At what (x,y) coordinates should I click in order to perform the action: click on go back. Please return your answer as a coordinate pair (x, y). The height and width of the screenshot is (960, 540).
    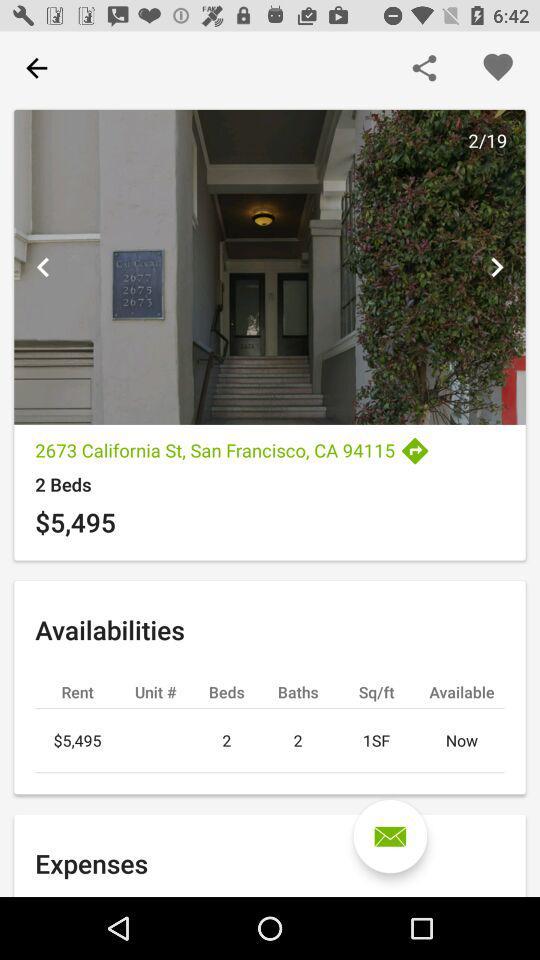
    Looking at the image, I should click on (36, 68).